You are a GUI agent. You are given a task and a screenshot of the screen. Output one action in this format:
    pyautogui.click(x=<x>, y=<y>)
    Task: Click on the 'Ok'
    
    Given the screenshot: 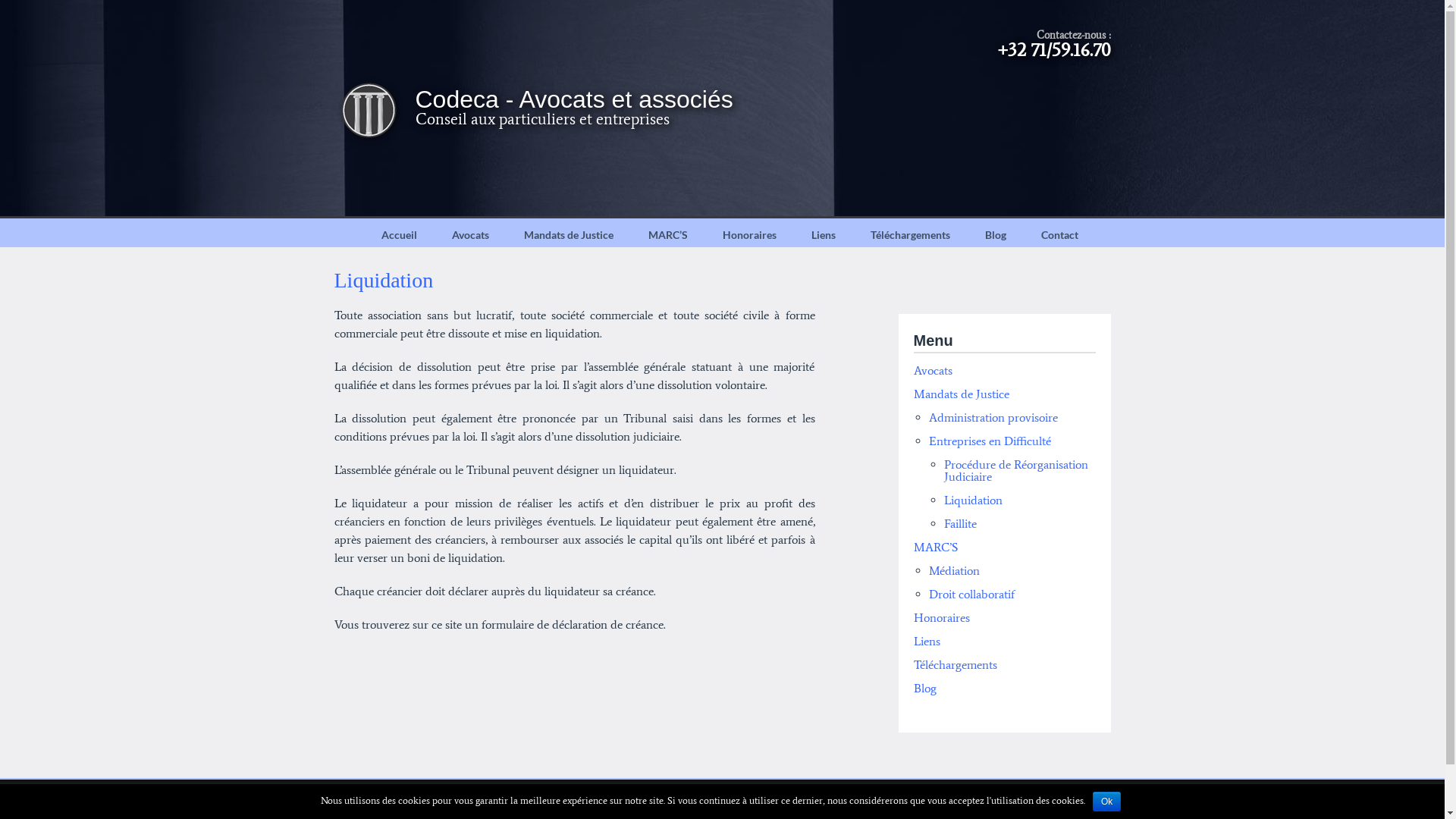 What is the action you would take?
    pyautogui.click(x=1106, y=800)
    